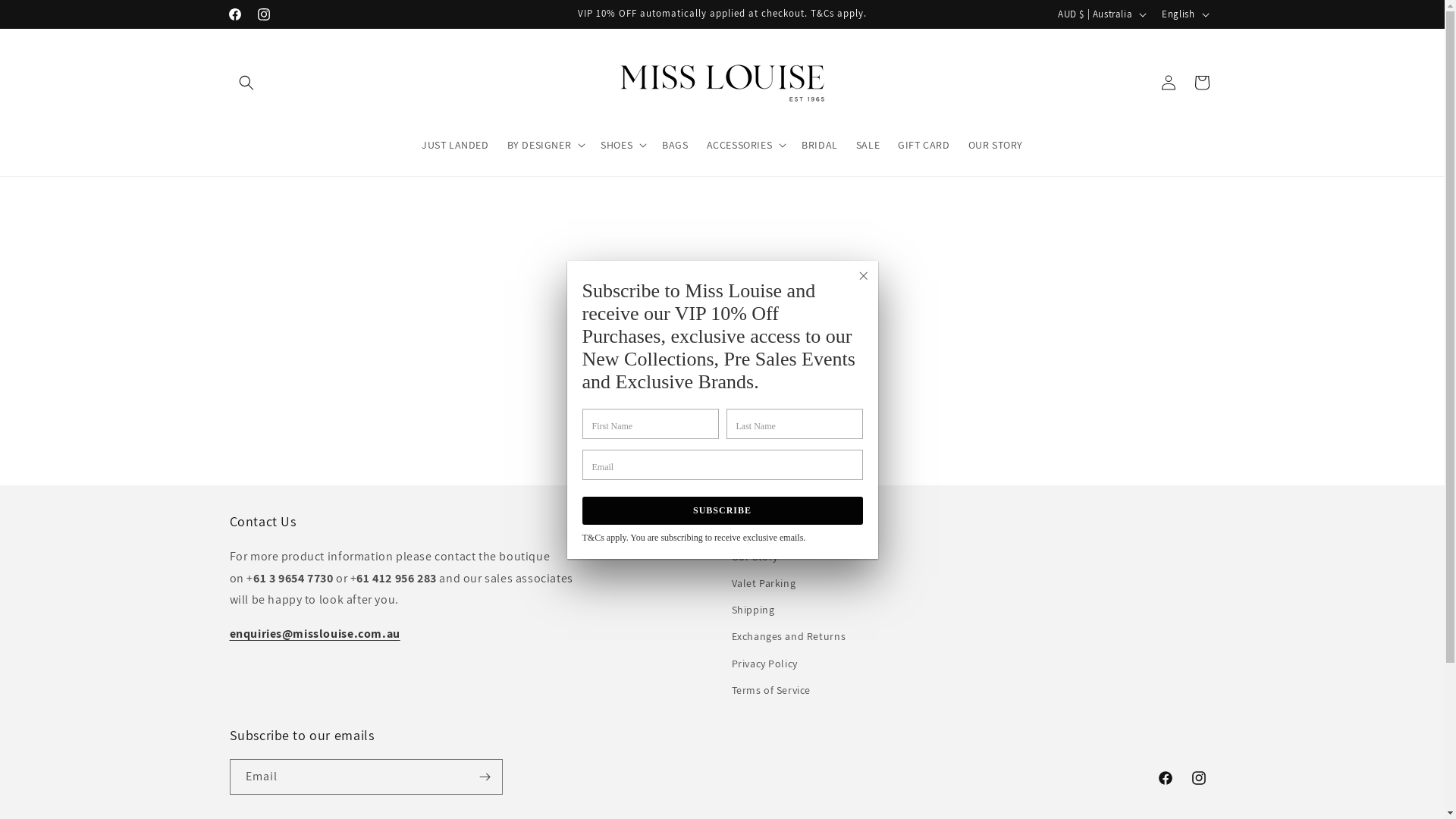  What do you see at coordinates (248, 14) in the screenshot?
I see `'Instagram'` at bounding box center [248, 14].